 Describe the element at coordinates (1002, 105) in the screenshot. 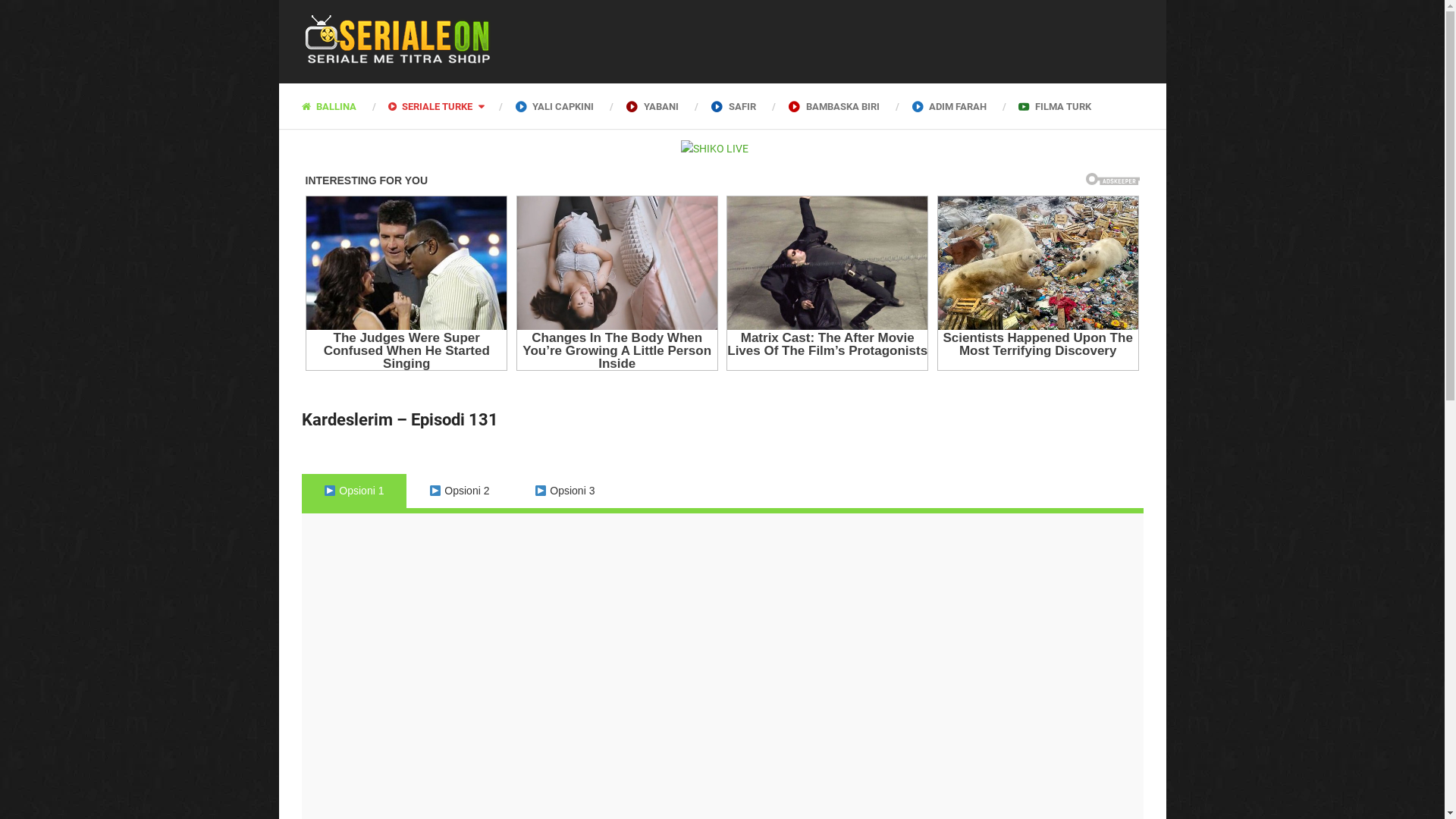

I see `'FILMA TURK'` at that location.